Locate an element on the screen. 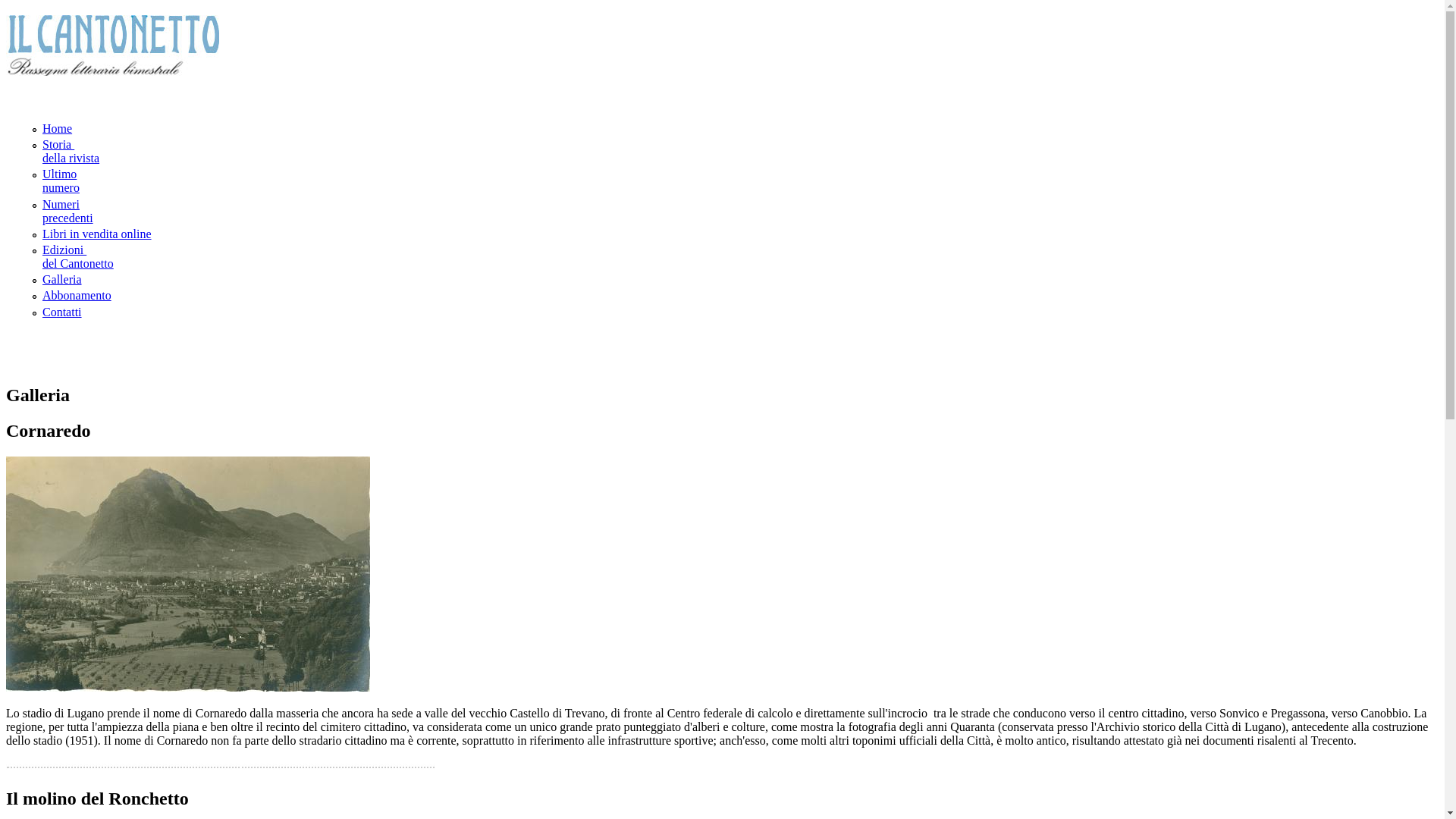 The image size is (1456, 819). 'Libri in vendita online' is located at coordinates (96, 234).